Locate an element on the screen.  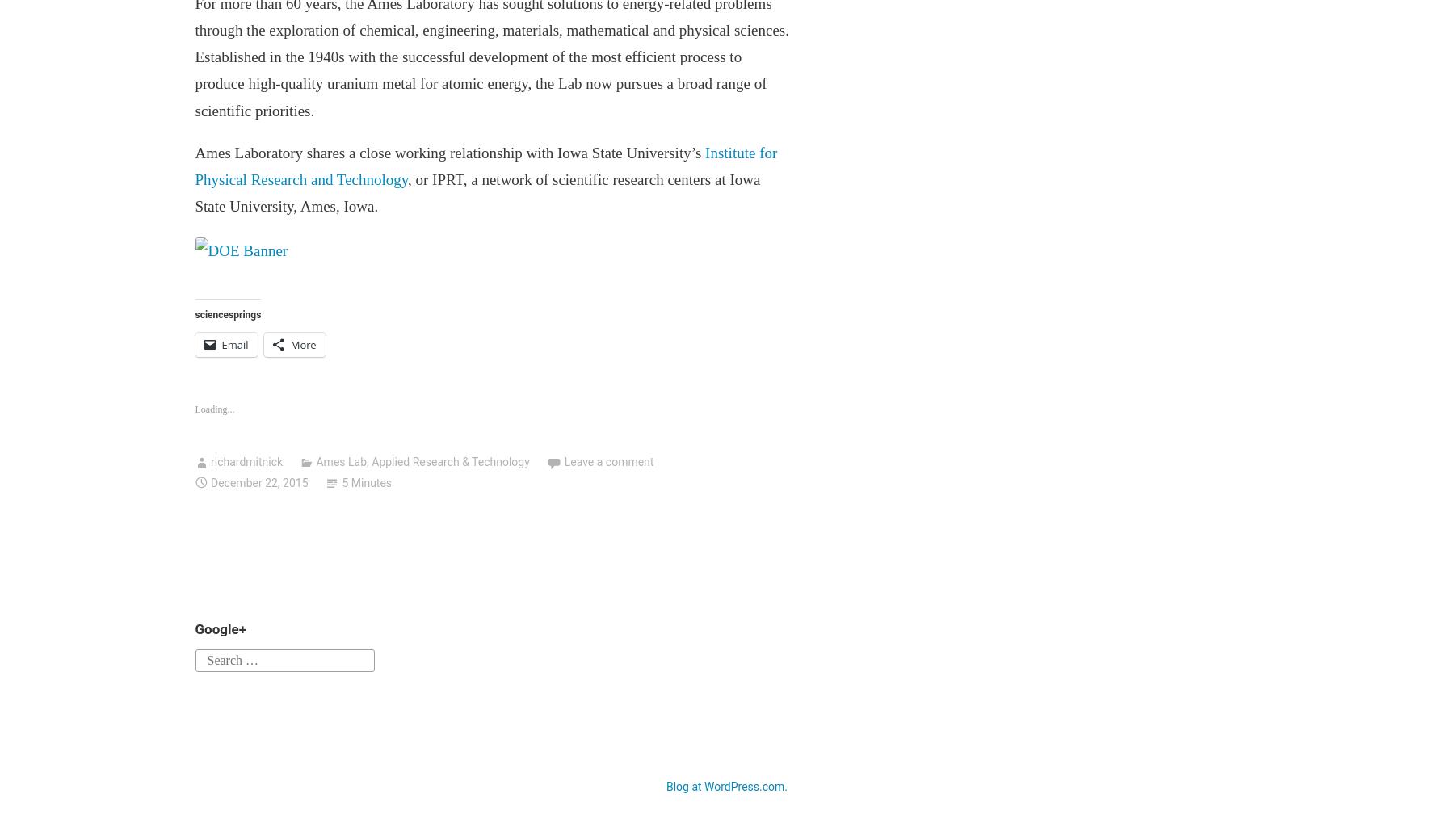
'Blog at WordPress.com.' is located at coordinates (726, 786).